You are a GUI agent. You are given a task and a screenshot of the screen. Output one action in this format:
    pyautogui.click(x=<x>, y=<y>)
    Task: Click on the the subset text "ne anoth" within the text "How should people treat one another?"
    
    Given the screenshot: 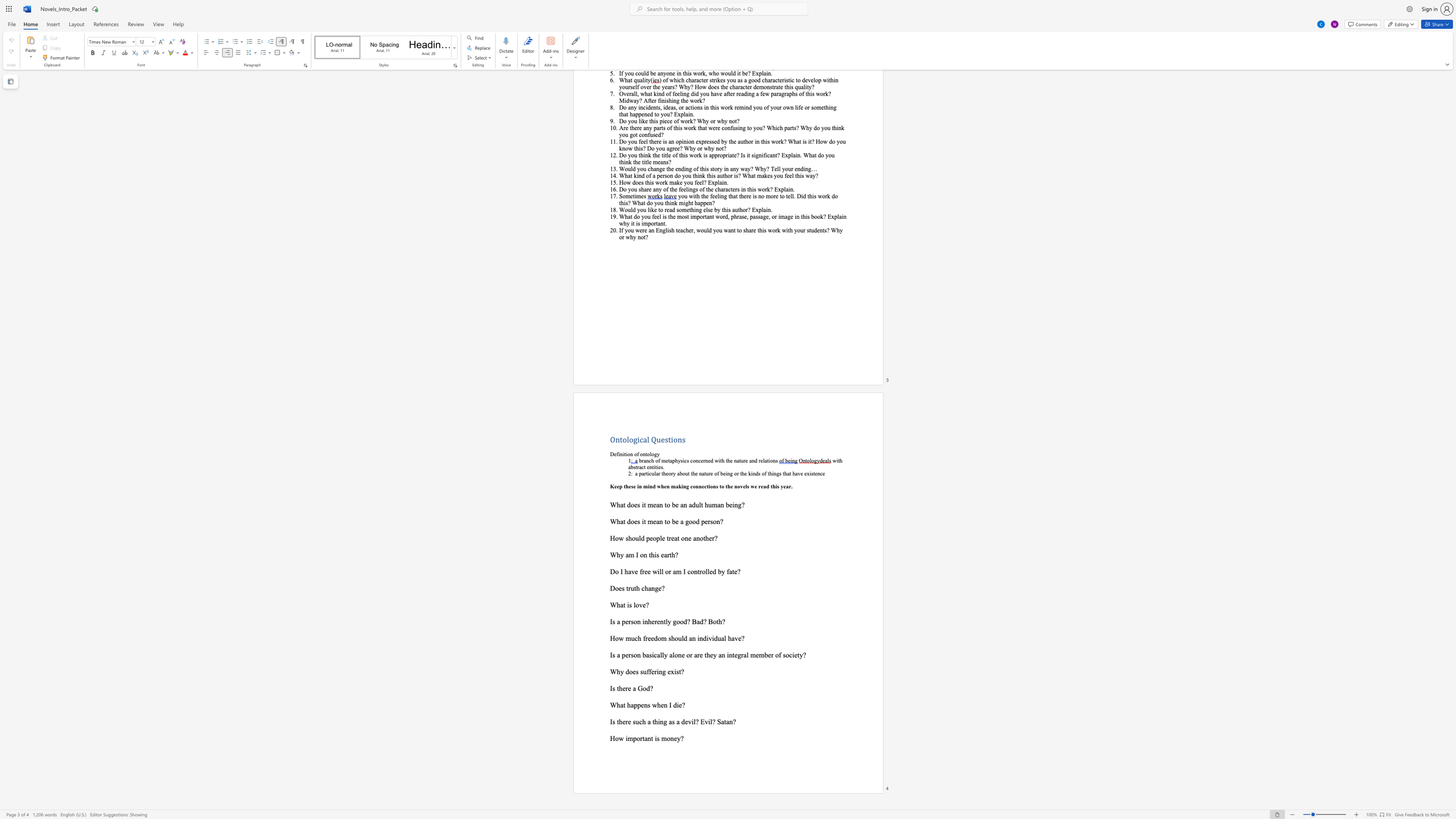 What is the action you would take?
    pyautogui.click(x=684, y=538)
    